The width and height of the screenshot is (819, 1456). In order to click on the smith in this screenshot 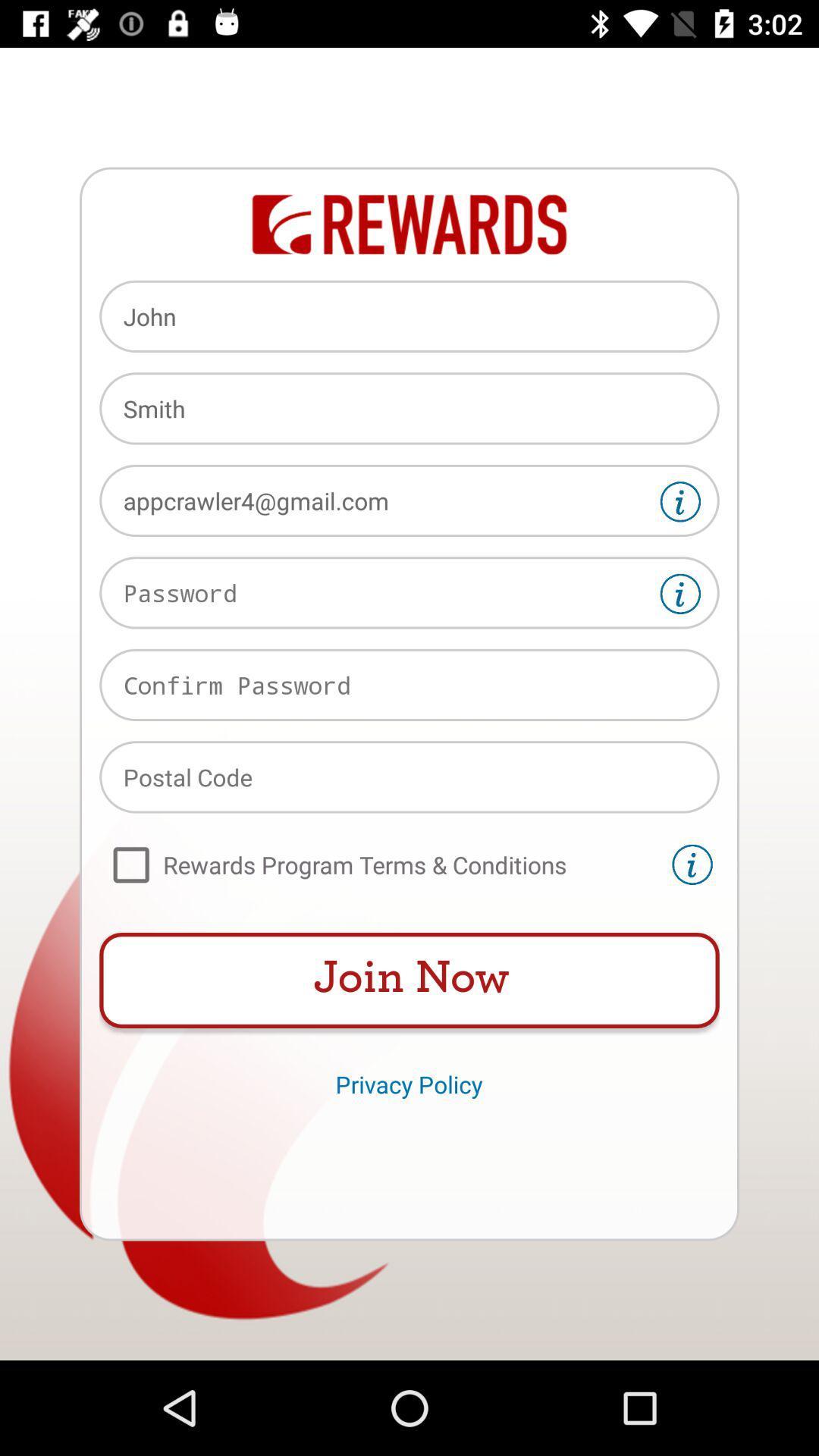, I will do `click(409, 408)`.